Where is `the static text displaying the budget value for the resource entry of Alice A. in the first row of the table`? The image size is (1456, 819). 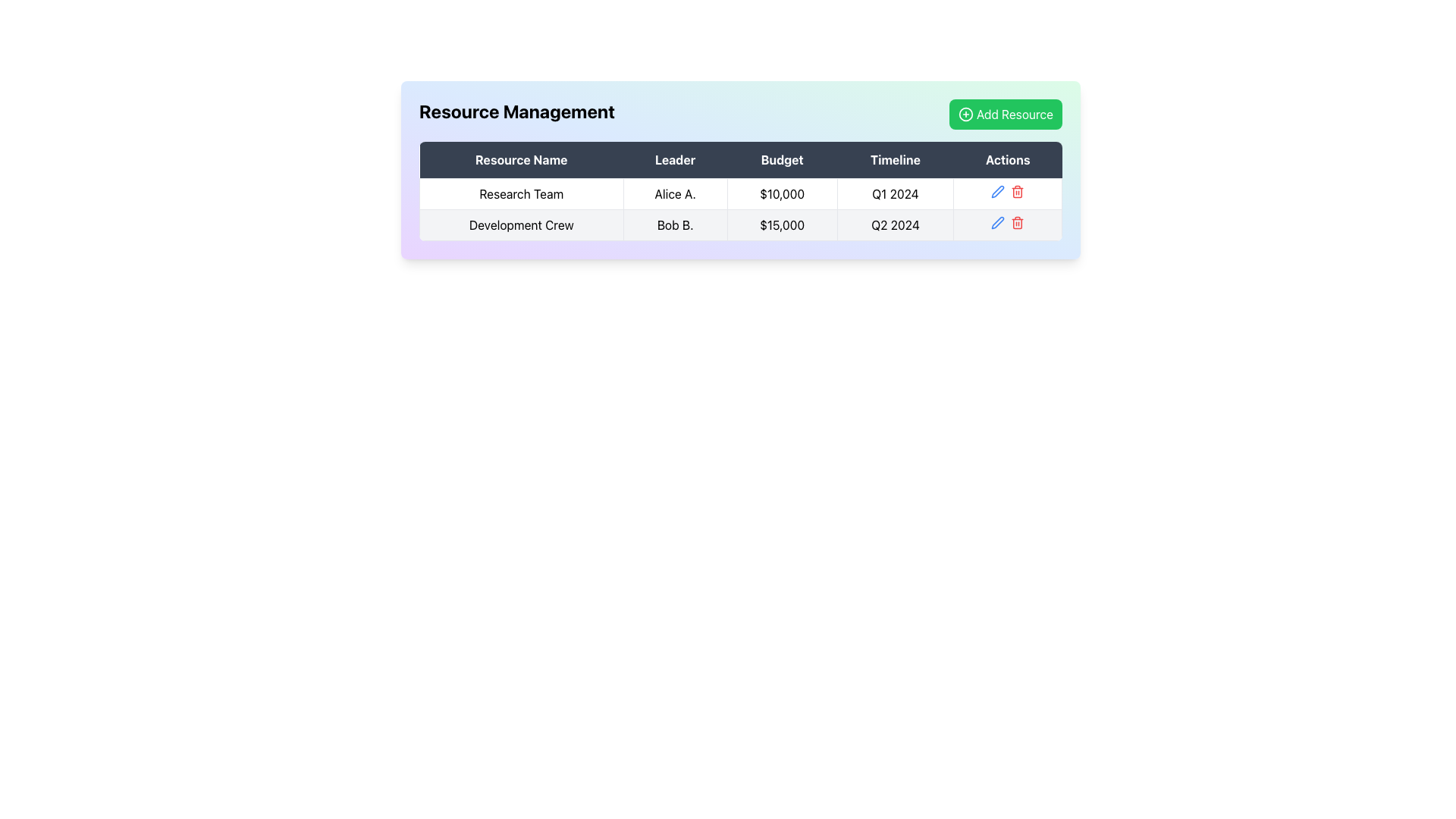
the static text displaying the budget value for the resource entry of Alice A. in the first row of the table is located at coordinates (782, 193).